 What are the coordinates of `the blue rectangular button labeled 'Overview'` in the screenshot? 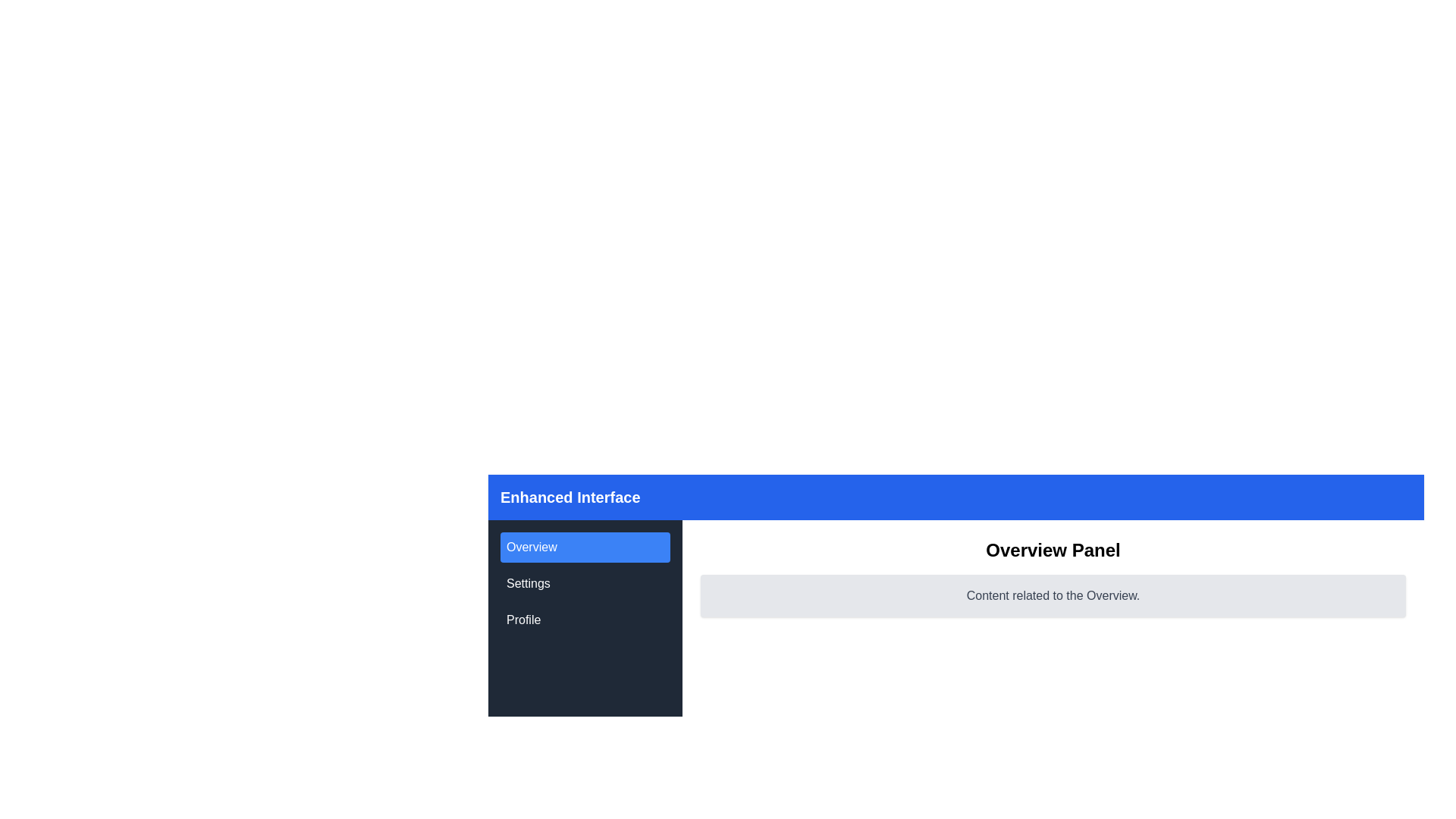 It's located at (585, 547).